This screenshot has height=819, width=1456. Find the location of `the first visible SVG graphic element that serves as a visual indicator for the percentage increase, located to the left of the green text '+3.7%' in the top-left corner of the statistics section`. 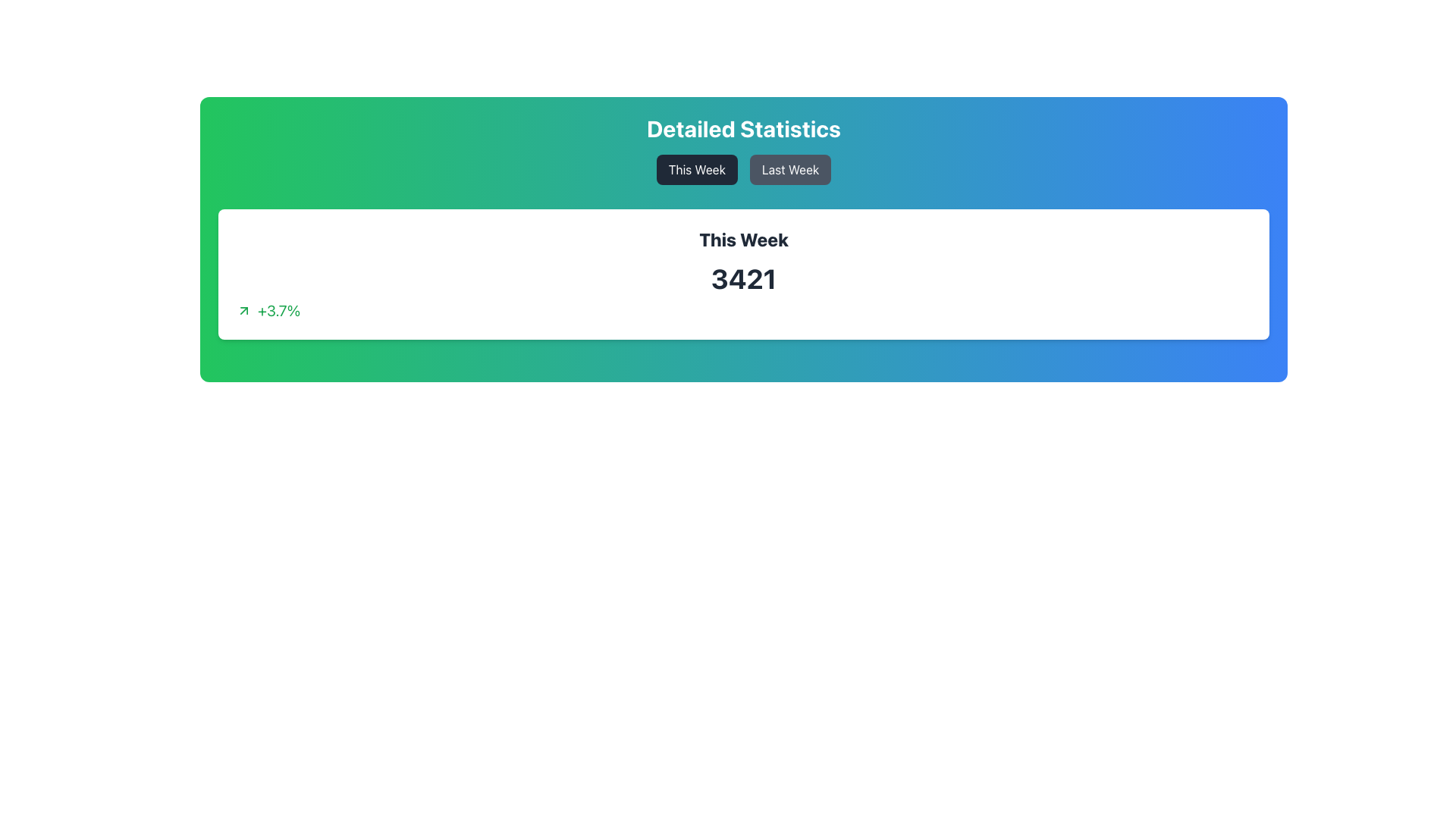

the first visible SVG graphic element that serves as a visual indicator for the percentage increase, located to the left of the green text '+3.7%' in the top-left corner of the statistics section is located at coordinates (243, 309).